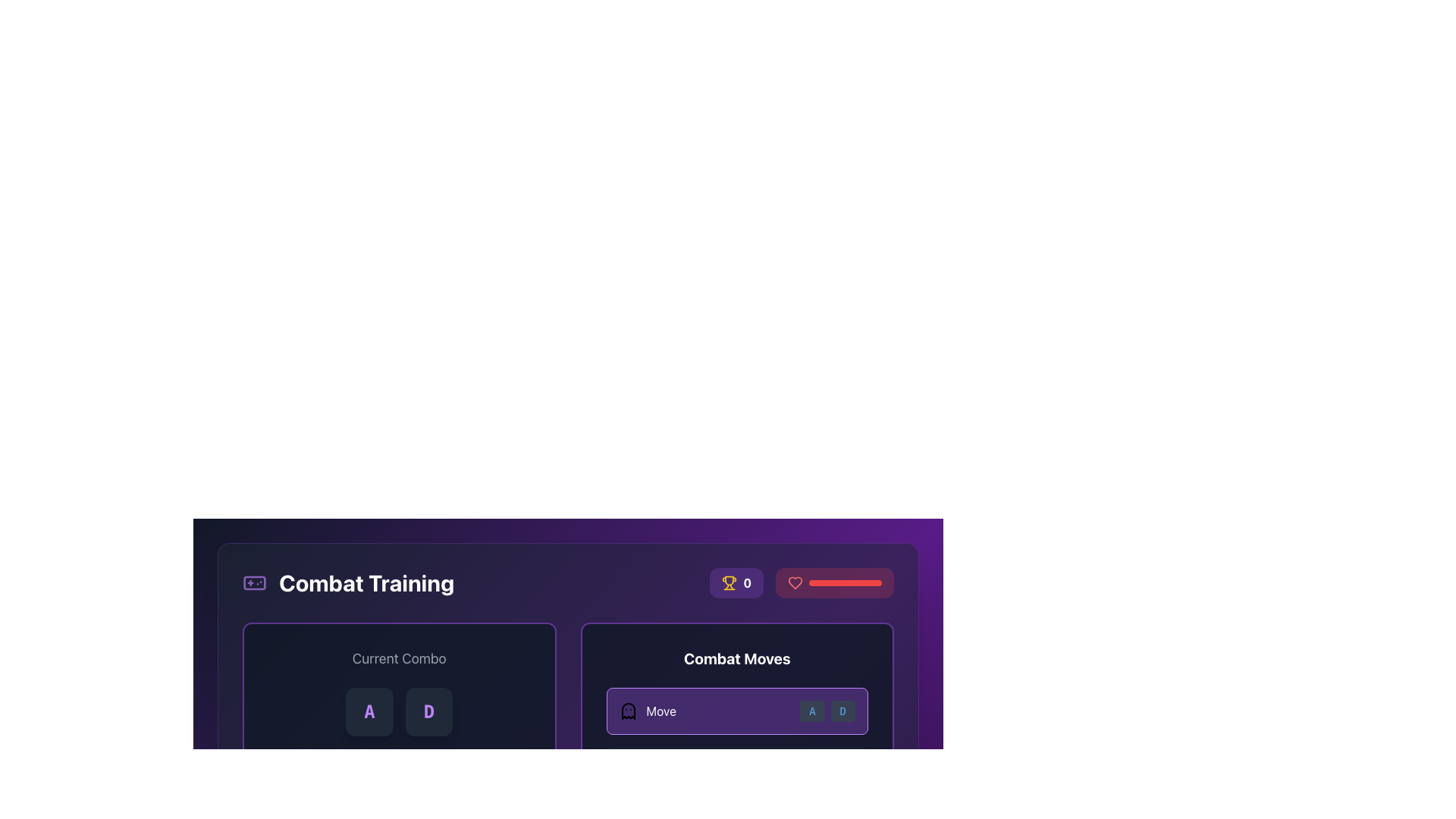  I want to click on the non-interactive text label indicating the title or context for the information in the 'Combat Training' panel, positioned above the buttons labeled 'A' and 'D', so click(399, 657).